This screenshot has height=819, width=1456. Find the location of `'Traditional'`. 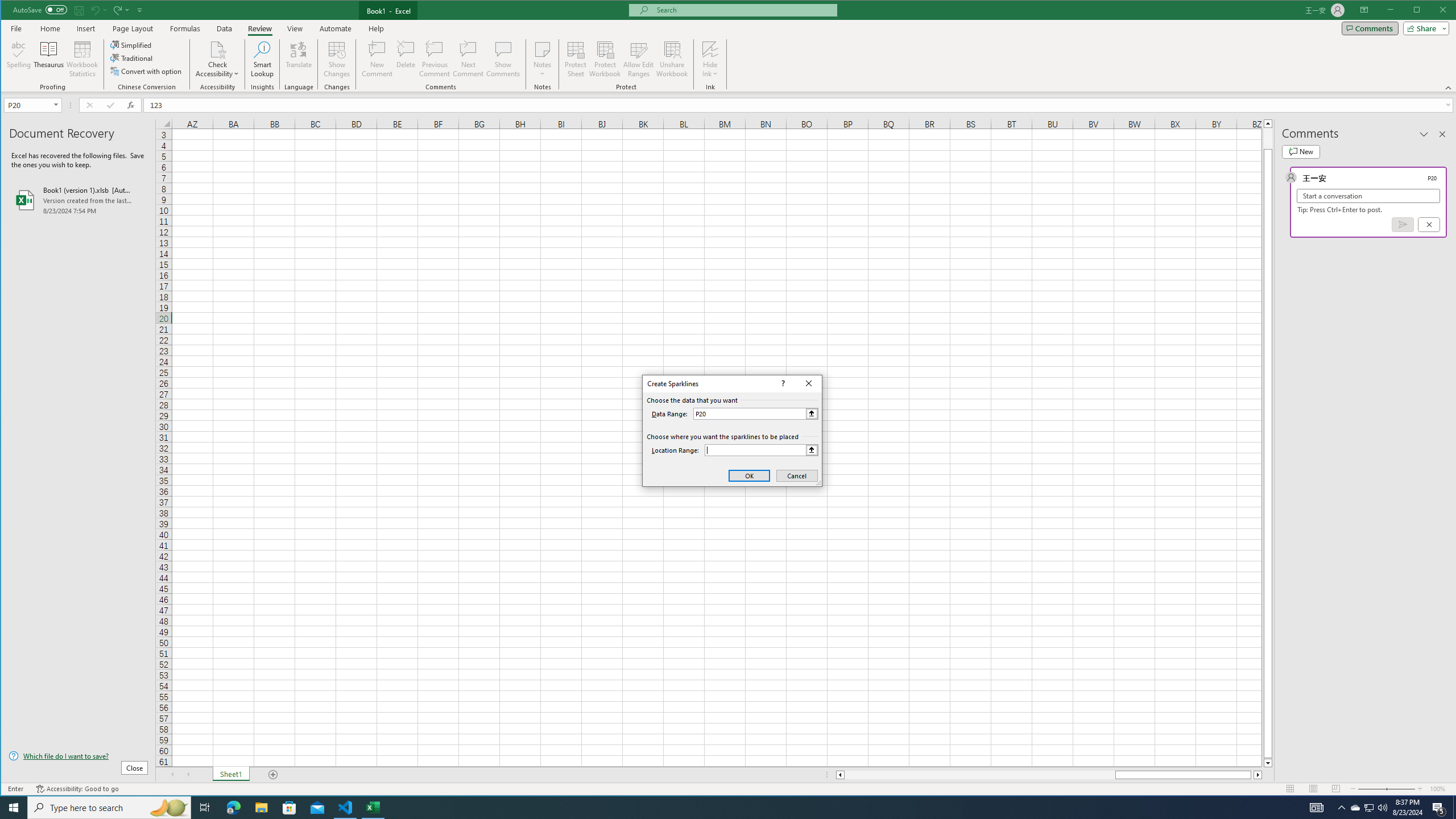

'Traditional' is located at coordinates (132, 58).